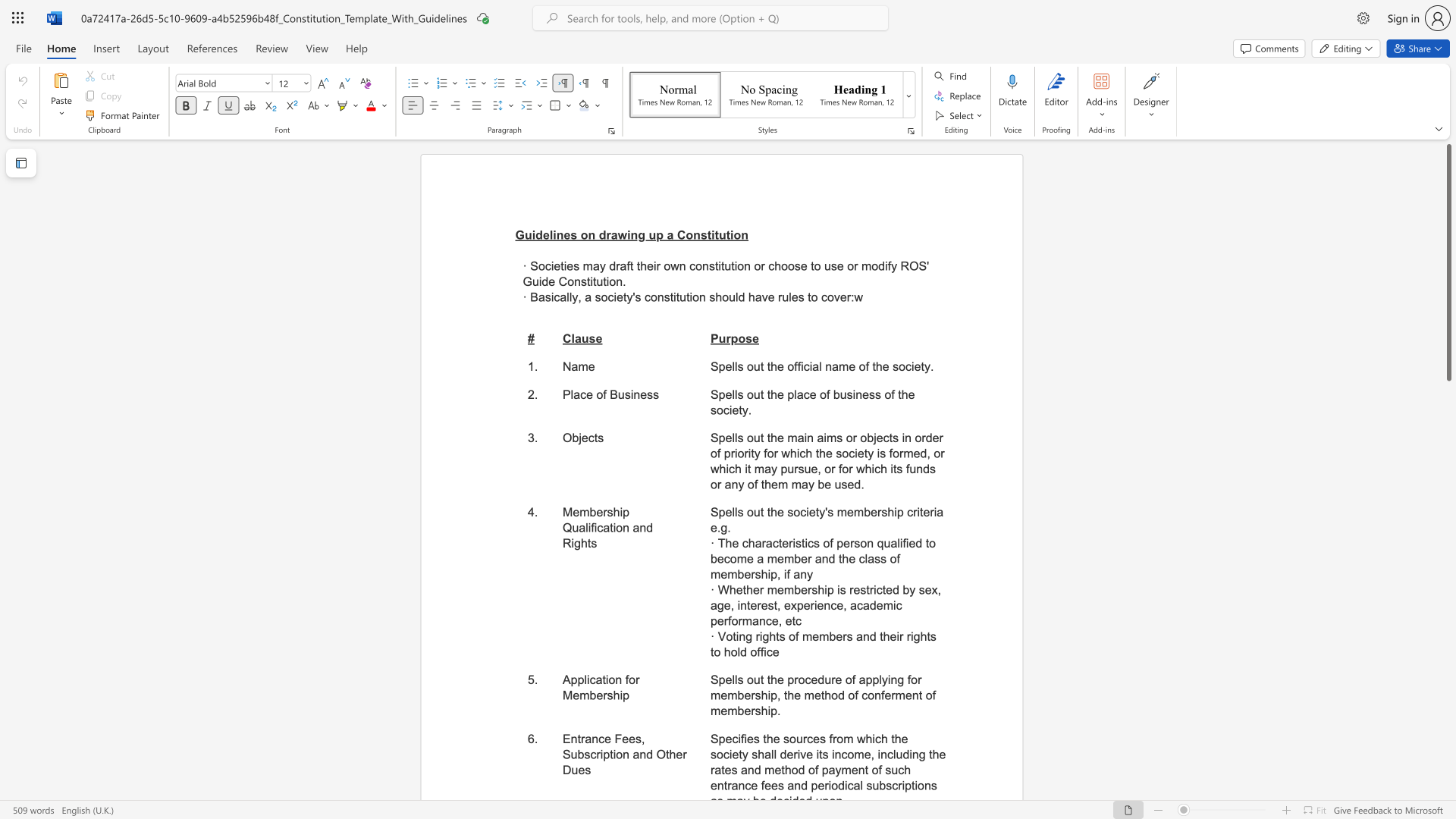 The image size is (1456, 819). I want to click on the subset text "Applicati" within the text "Application for Membership", so click(562, 679).